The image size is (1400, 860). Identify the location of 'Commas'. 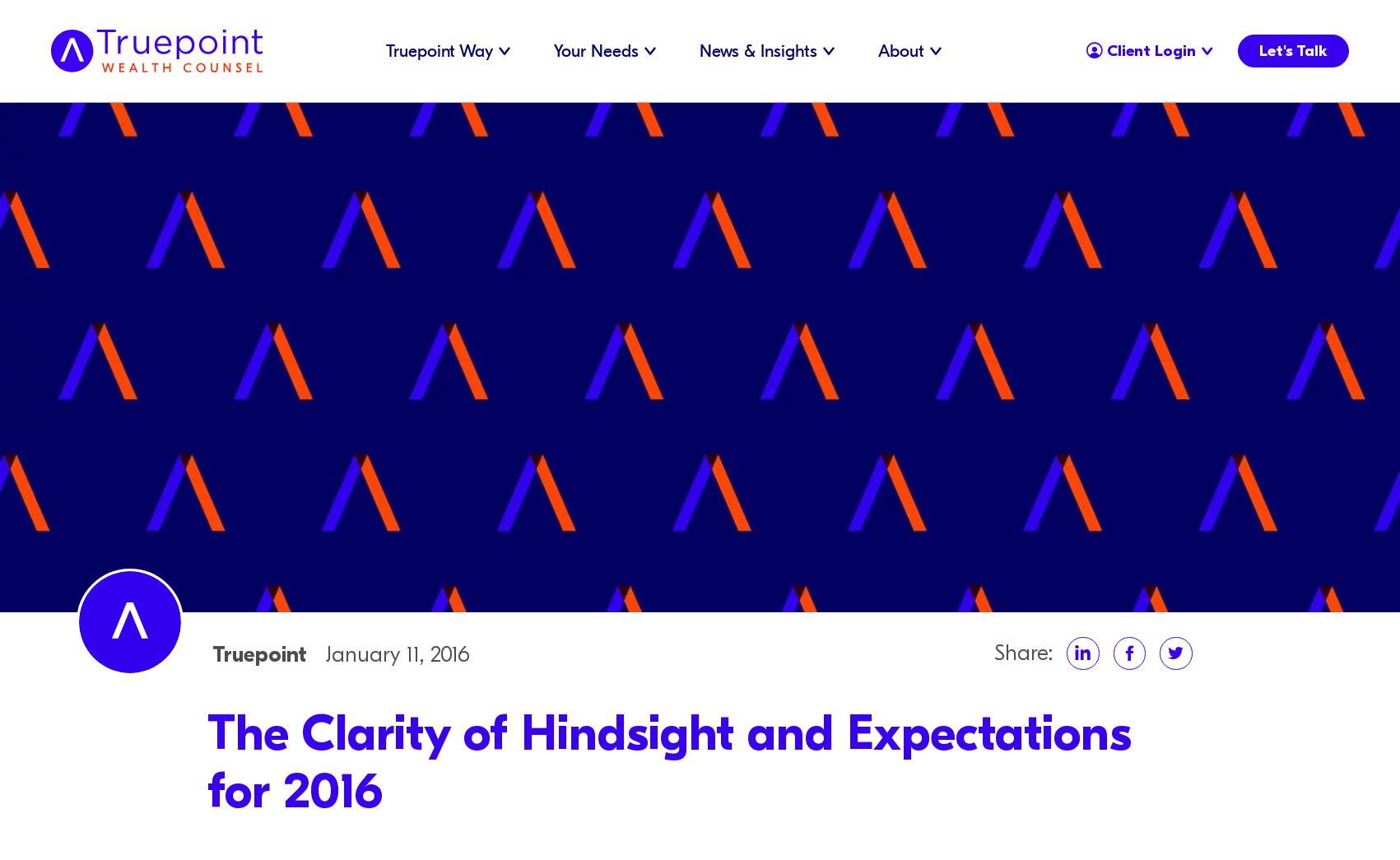
(533, 69).